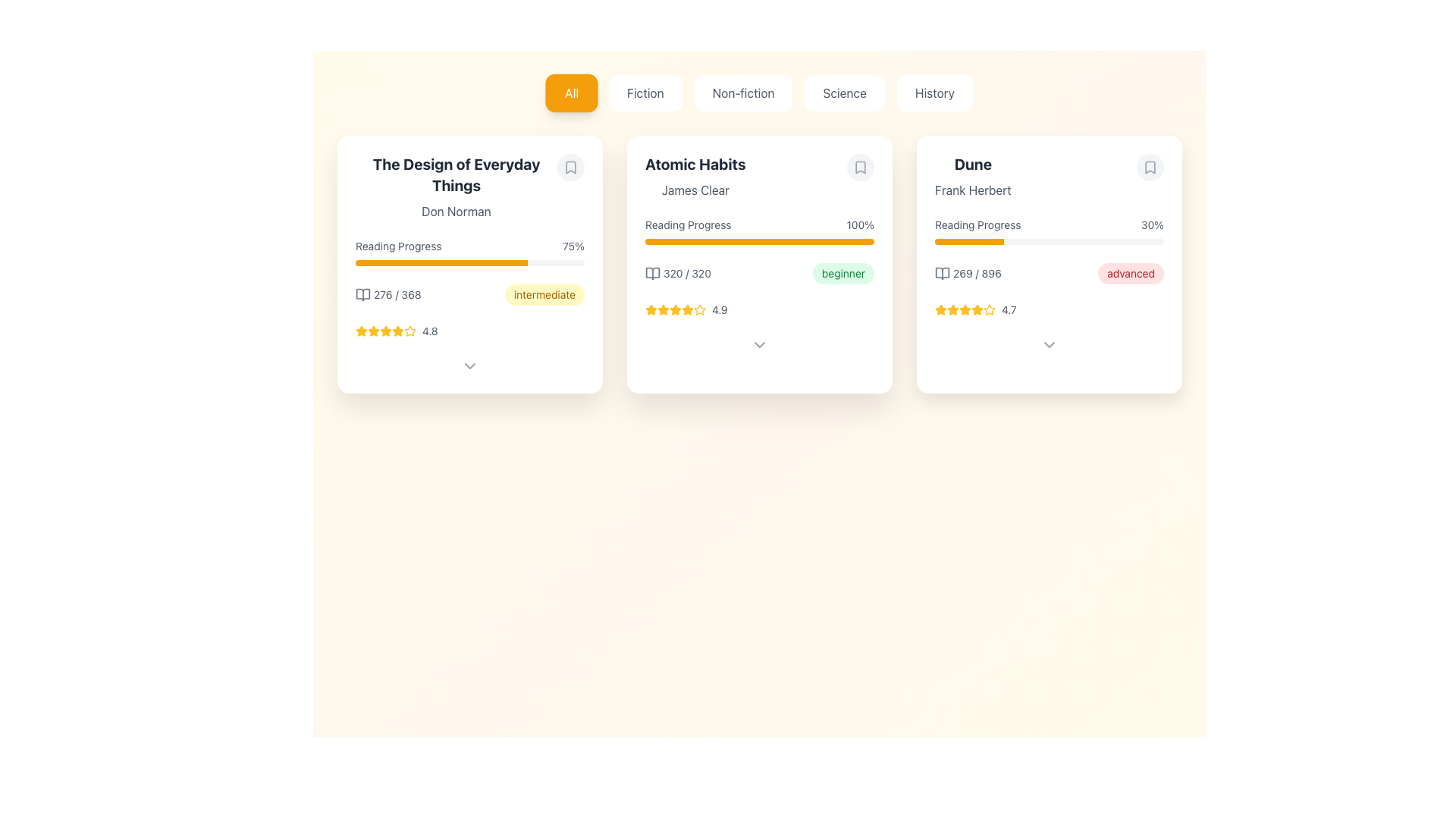  Describe the element at coordinates (964, 309) in the screenshot. I see `the third yellow five-point star icon in the rating display of the 'Dune' card` at that location.